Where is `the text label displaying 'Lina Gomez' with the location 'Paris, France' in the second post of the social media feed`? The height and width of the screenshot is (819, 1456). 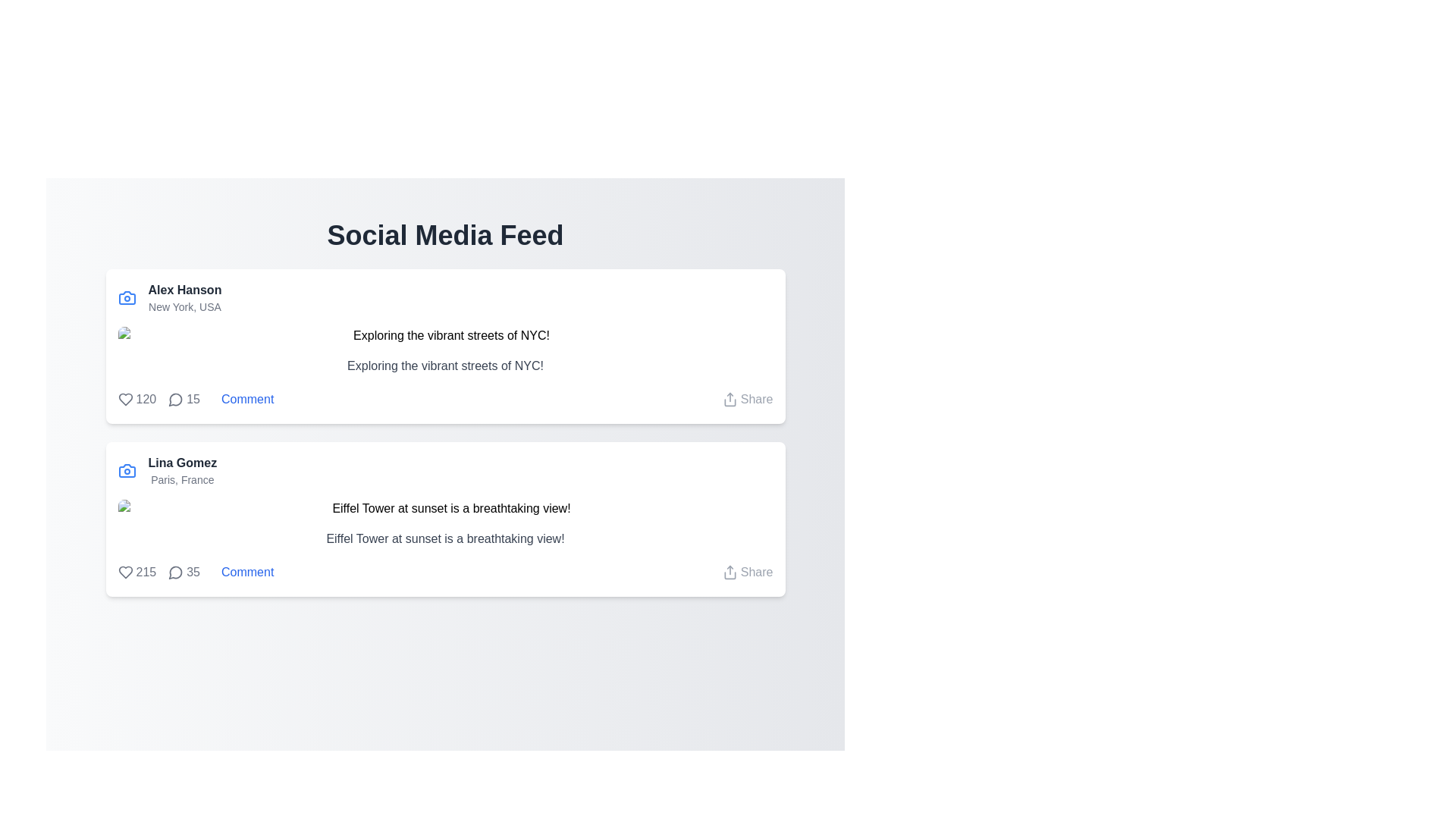
the text label displaying 'Lina Gomez' with the location 'Paris, France' in the second post of the social media feed is located at coordinates (182, 470).